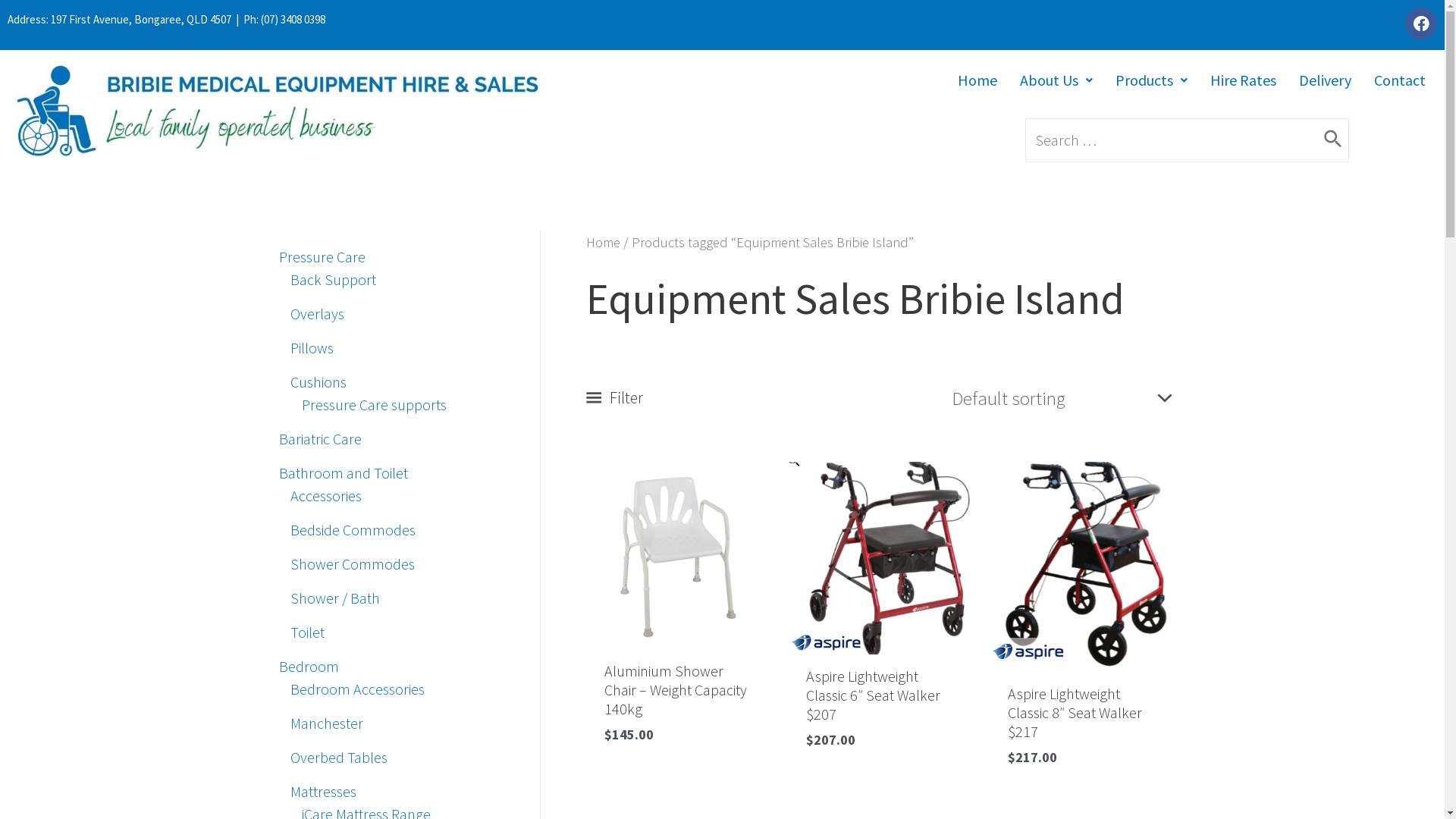 Image resolution: width=1456 pixels, height=819 pixels. I want to click on 'Pressure Care supports', so click(374, 403).